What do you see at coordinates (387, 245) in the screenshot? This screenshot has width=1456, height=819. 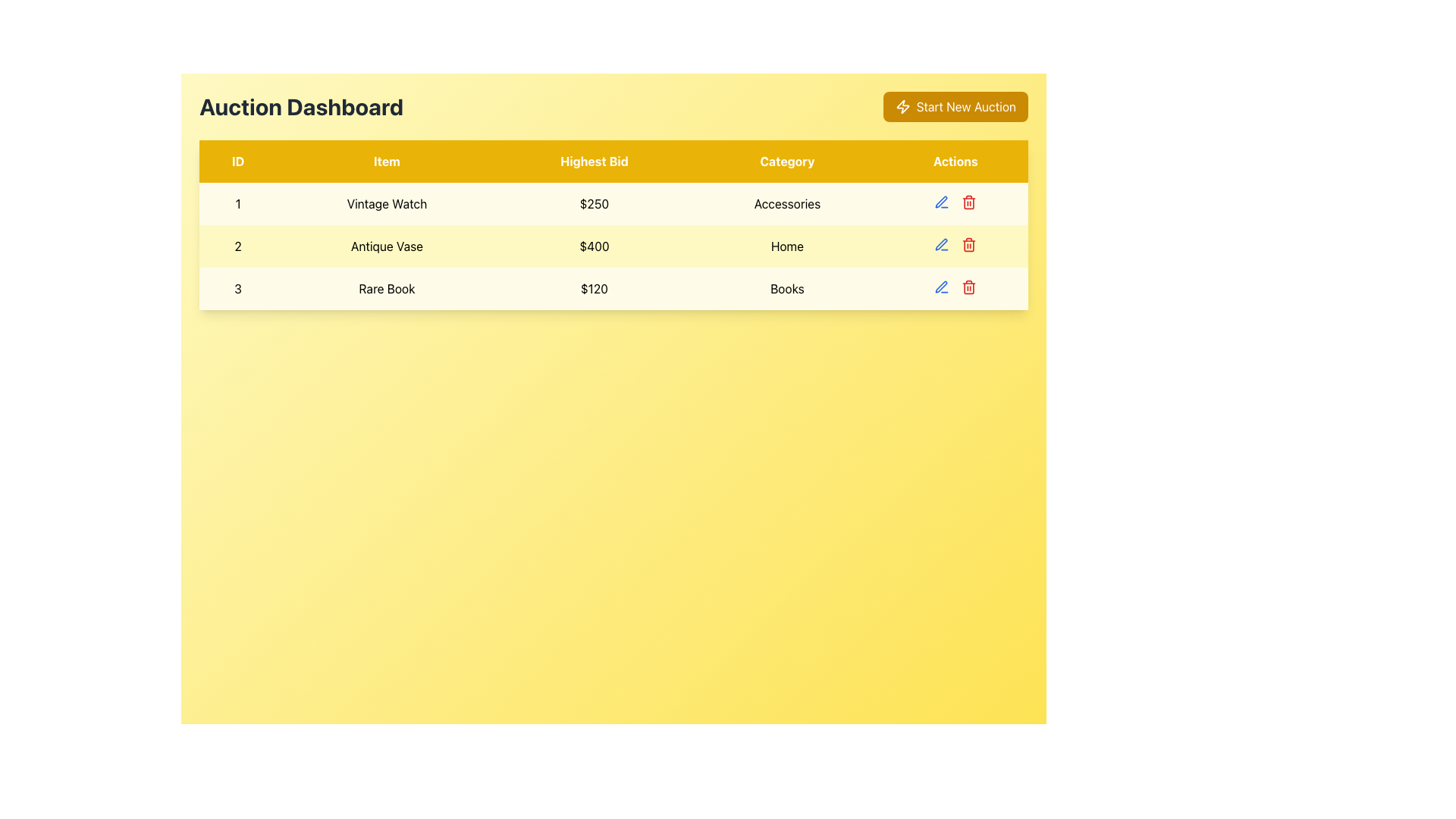 I see `text label 'Antique Vase' located in the second column under the 'Item' header in the data table, centered in the second row` at bounding box center [387, 245].